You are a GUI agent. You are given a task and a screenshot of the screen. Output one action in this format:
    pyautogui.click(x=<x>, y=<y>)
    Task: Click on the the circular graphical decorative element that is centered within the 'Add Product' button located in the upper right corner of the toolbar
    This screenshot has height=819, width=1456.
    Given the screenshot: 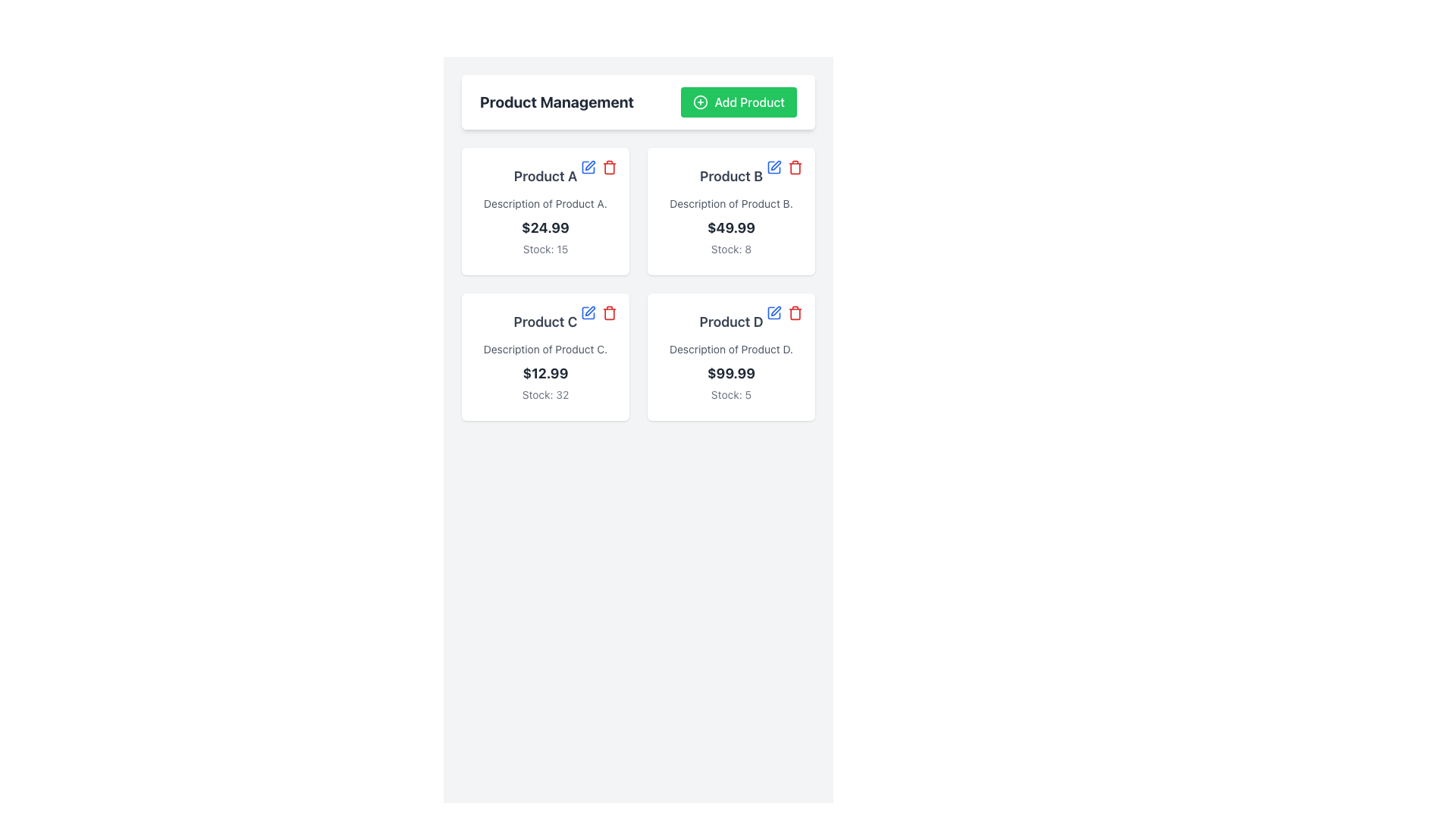 What is the action you would take?
    pyautogui.click(x=700, y=102)
    